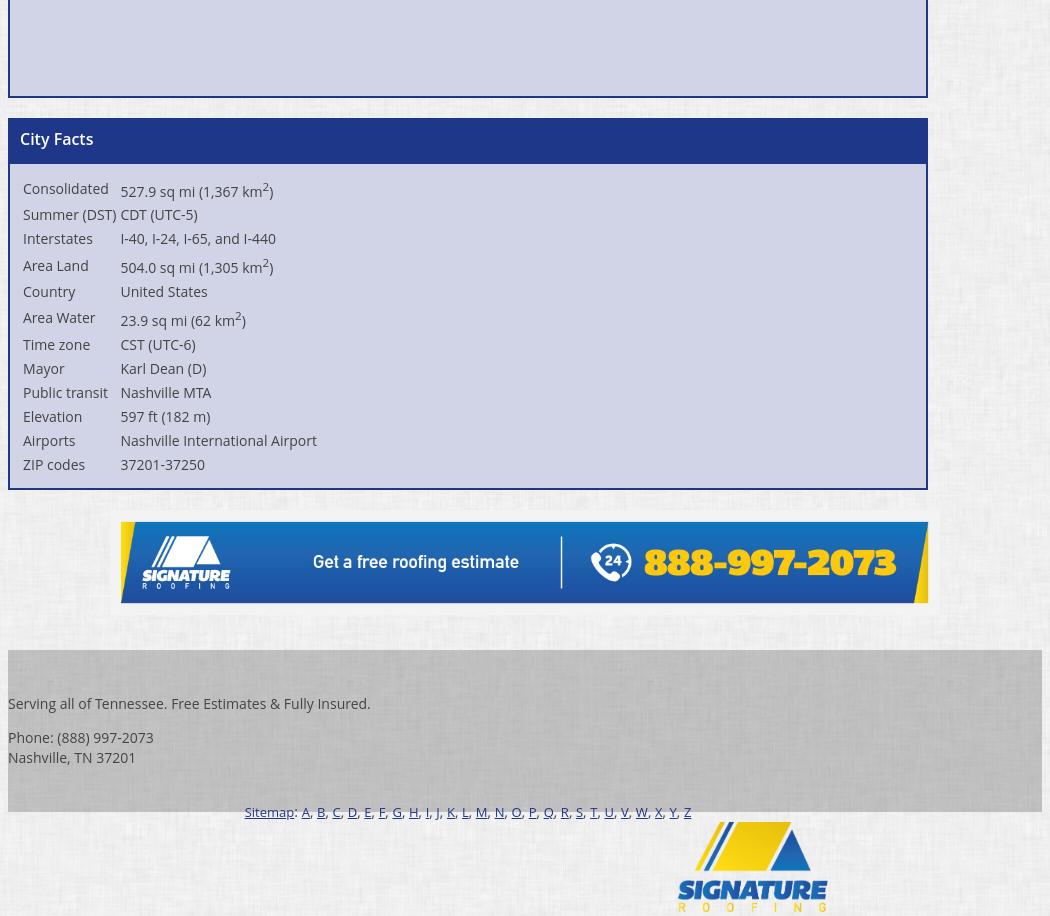 The width and height of the screenshot is (1050, 916). Describe the element at coordinates (58, 316) in the screenshot. I see `'Area Water'` at that location.